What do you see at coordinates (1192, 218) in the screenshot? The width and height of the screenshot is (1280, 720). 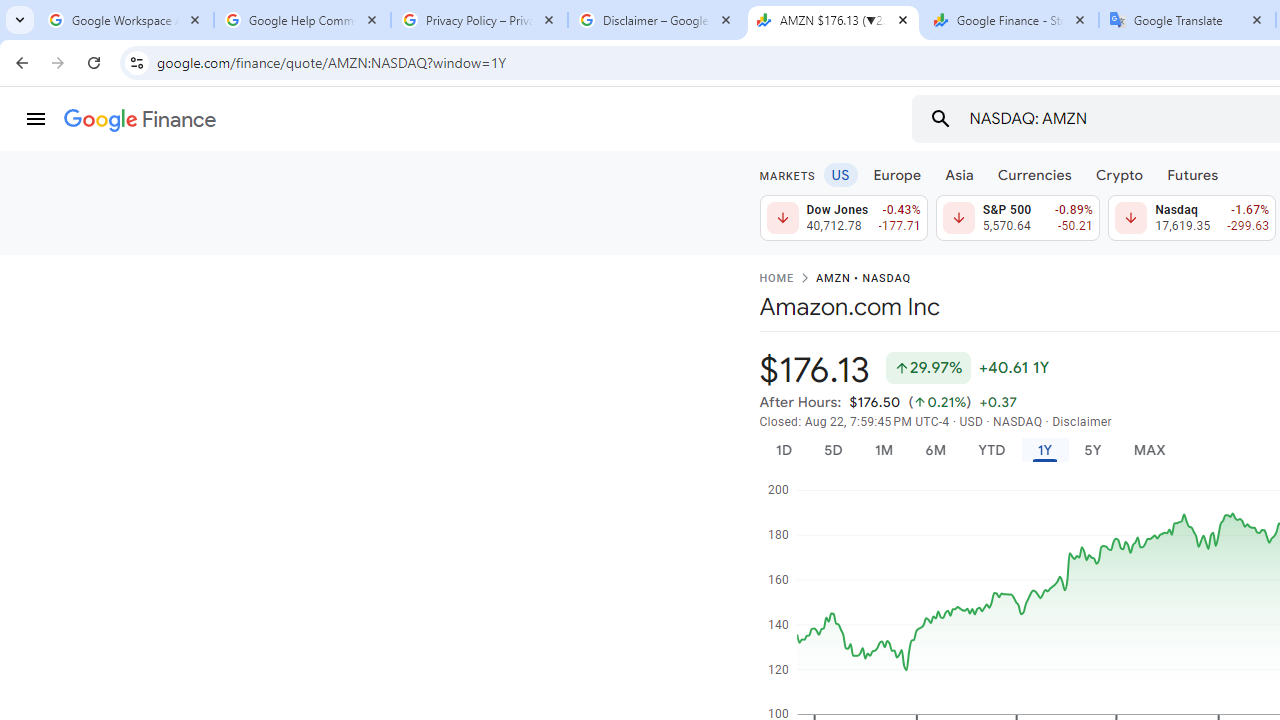 I see `'Nasdaq 17,619.35 Down by 1.67% -299.63'` at bounding box center [1192, 218].